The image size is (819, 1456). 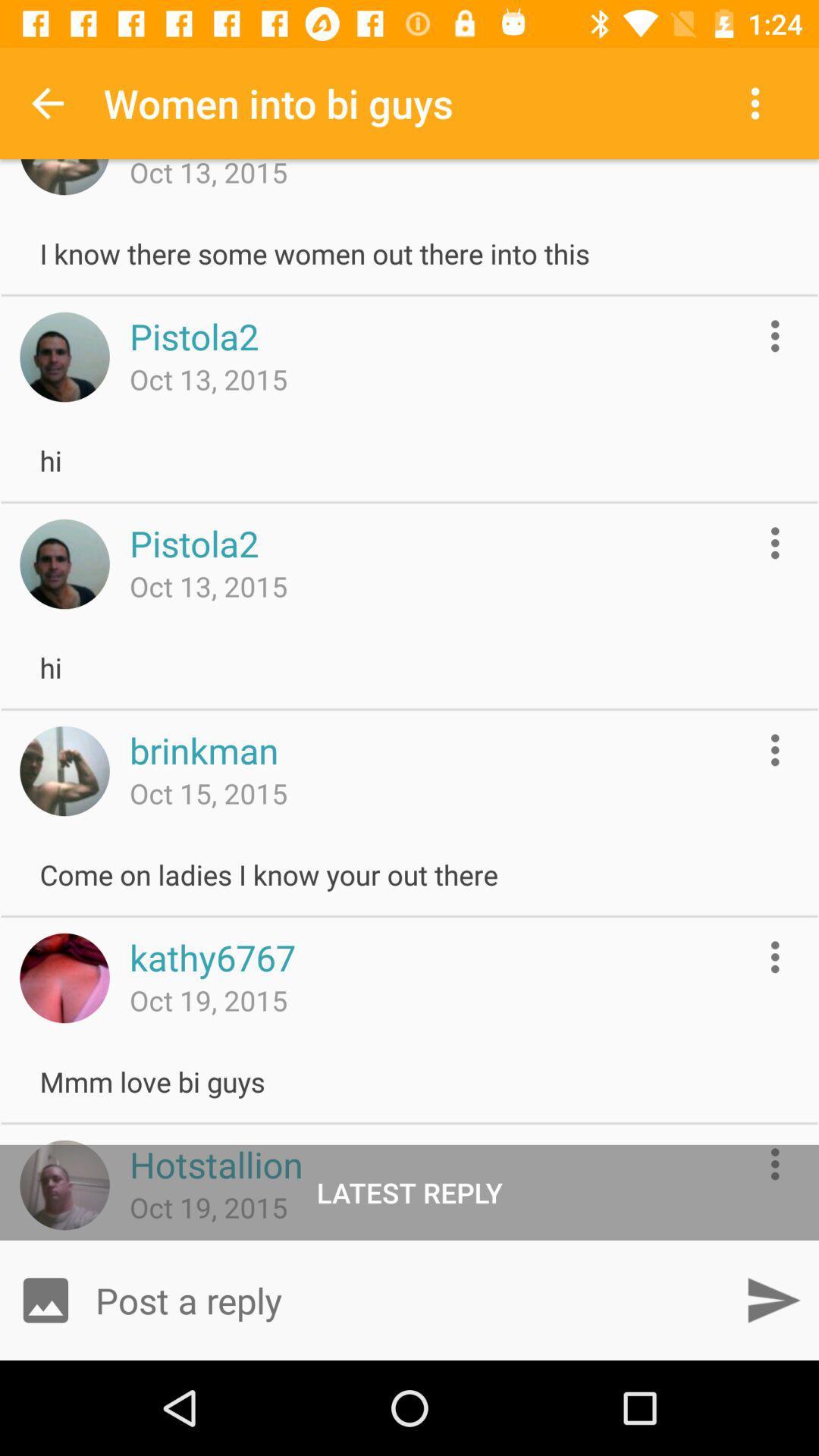 What do you see at coordinates (409, 1299) in the screenshot?
I see `posts a reply in the thread` at bounding box center [409, 1299].